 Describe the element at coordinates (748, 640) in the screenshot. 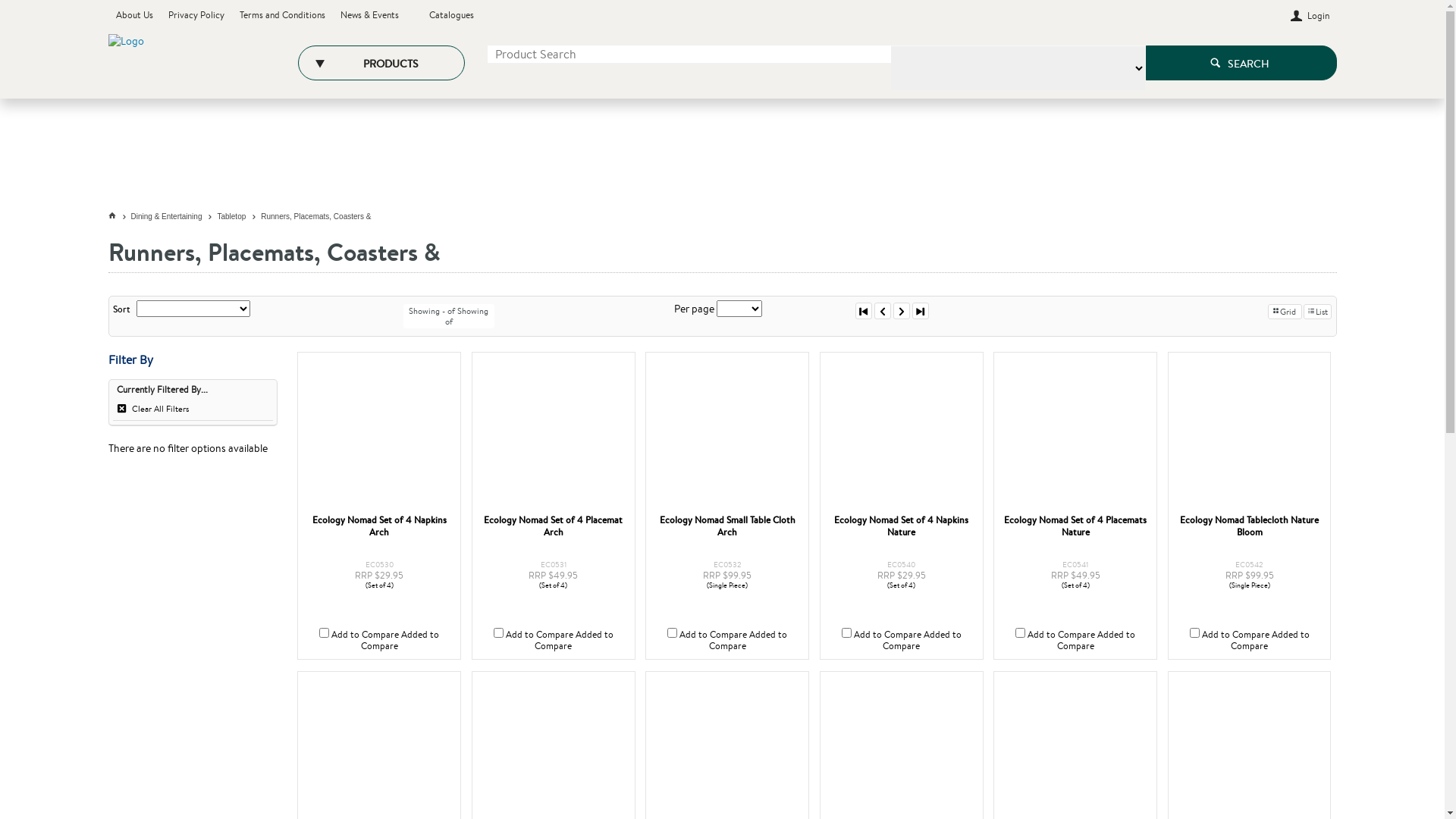

I see `'Added to Compare'` at that location.